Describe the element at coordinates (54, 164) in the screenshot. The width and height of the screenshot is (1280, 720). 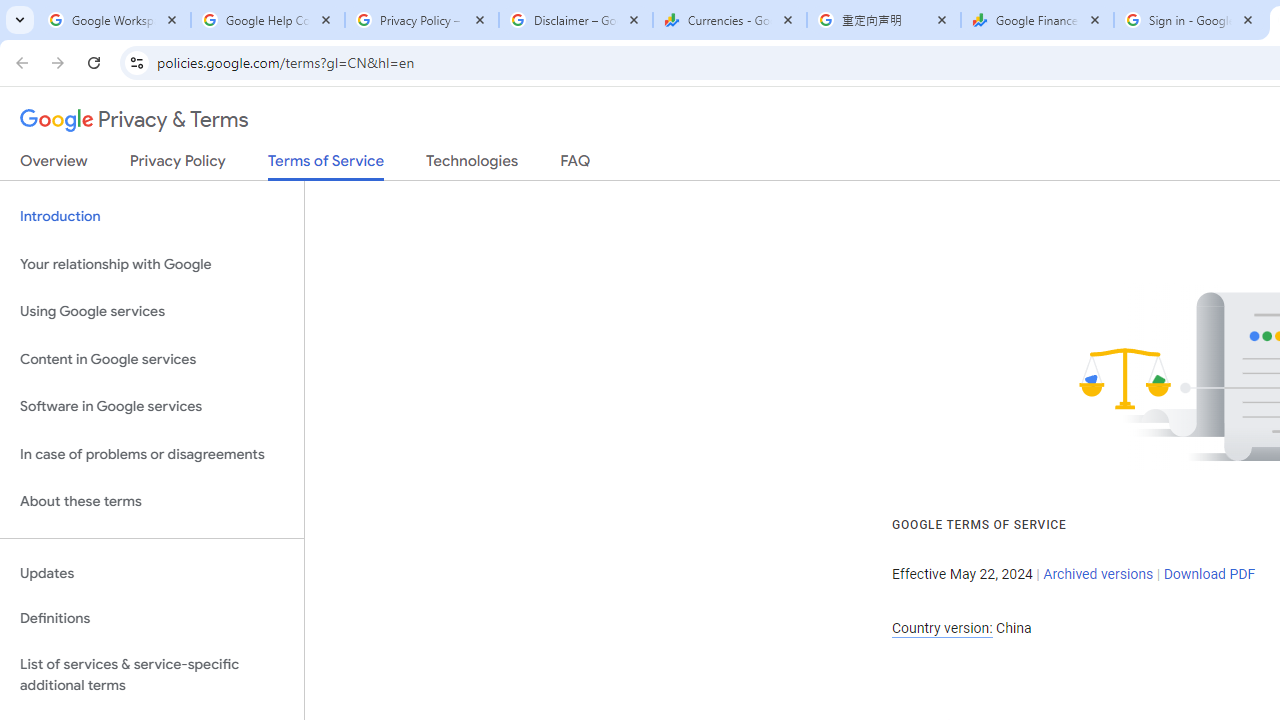
I see `'Overview'` at that location.